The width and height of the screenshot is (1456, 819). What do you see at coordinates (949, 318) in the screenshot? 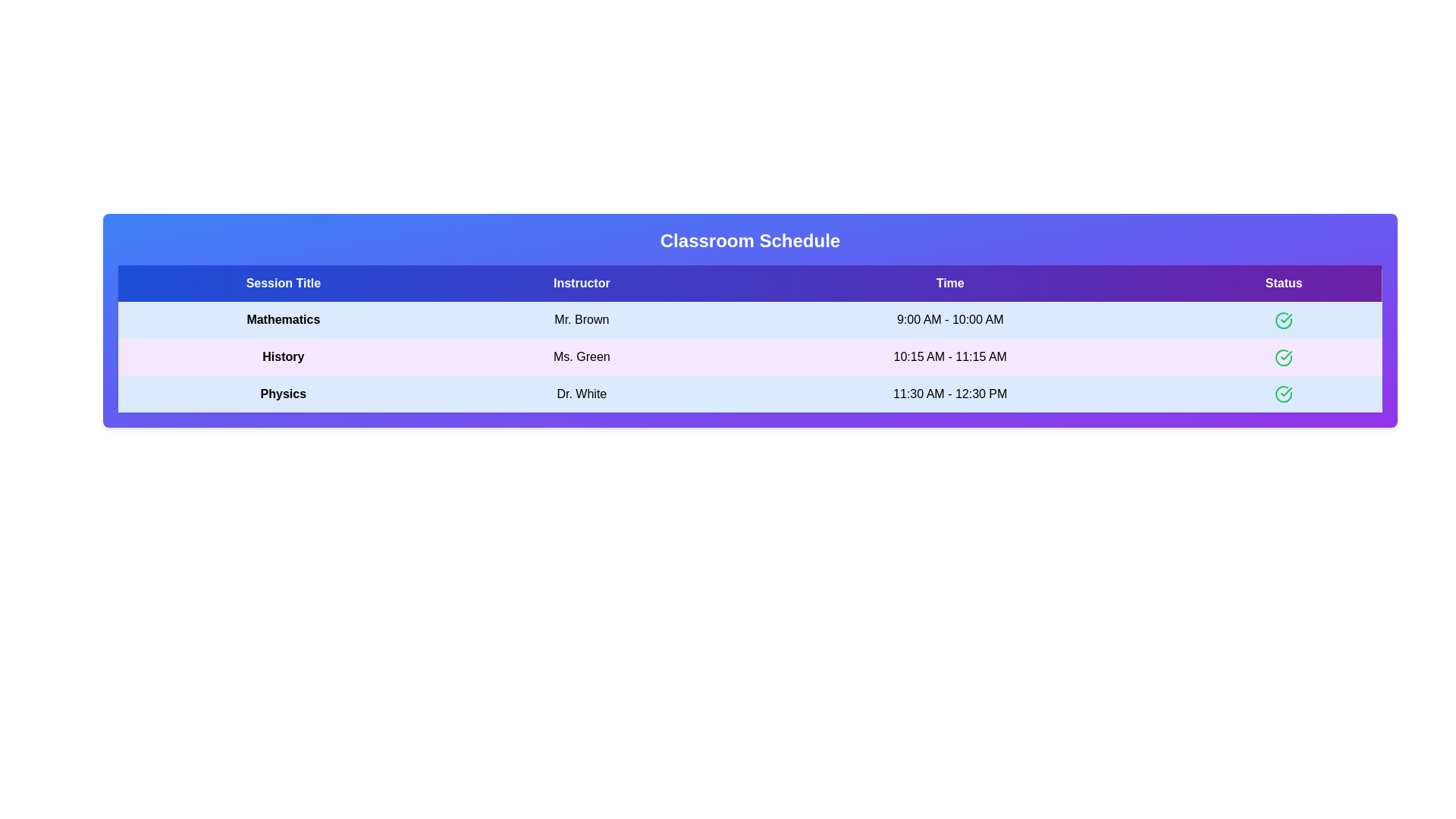
I see `the text element 9:00 AM - 10:00 AM to select or copy its content` at bounding box center [949, 318].